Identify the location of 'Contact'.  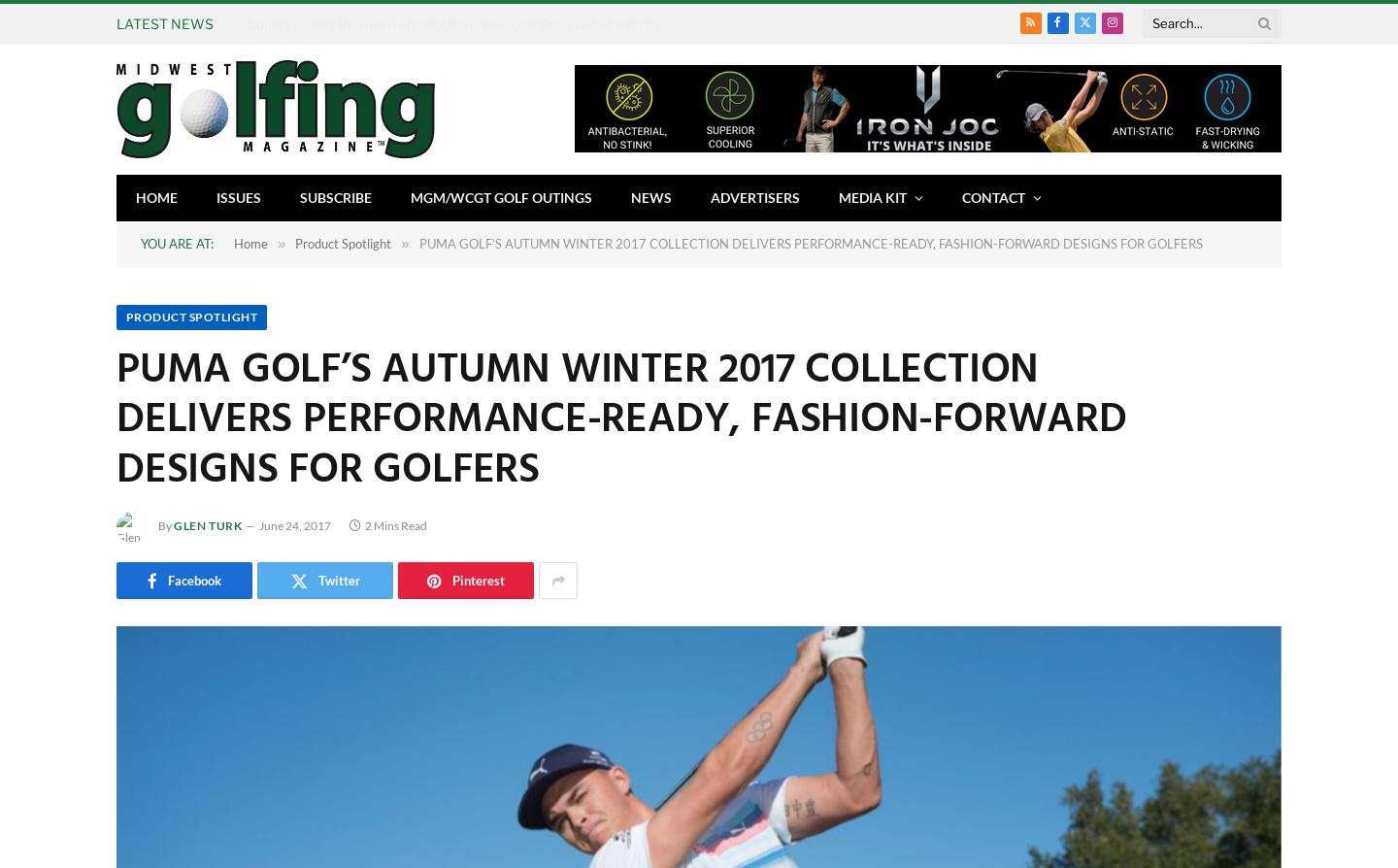
(993, 196).